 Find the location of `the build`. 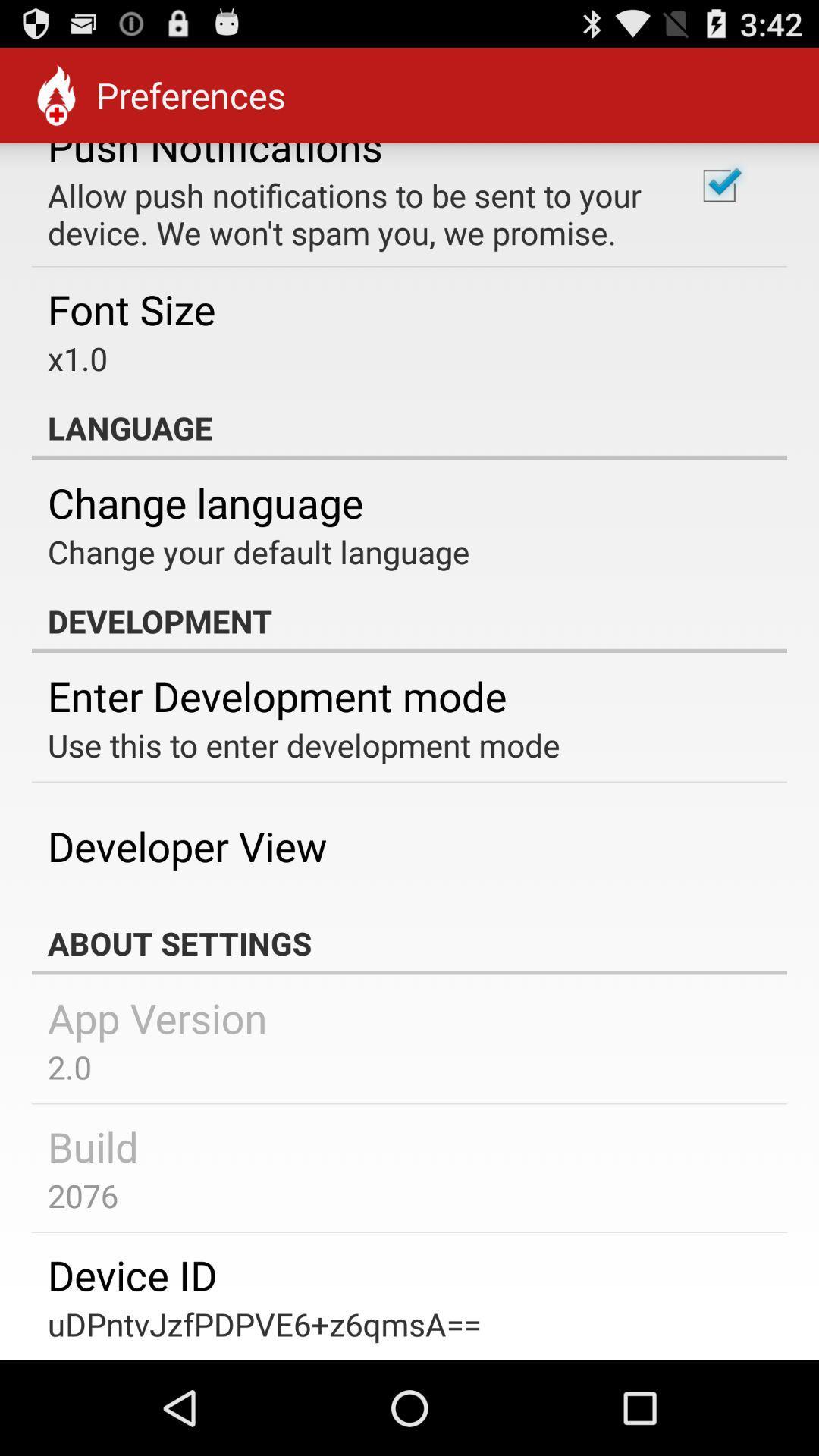

the build is located at coordinates (93, 1146).